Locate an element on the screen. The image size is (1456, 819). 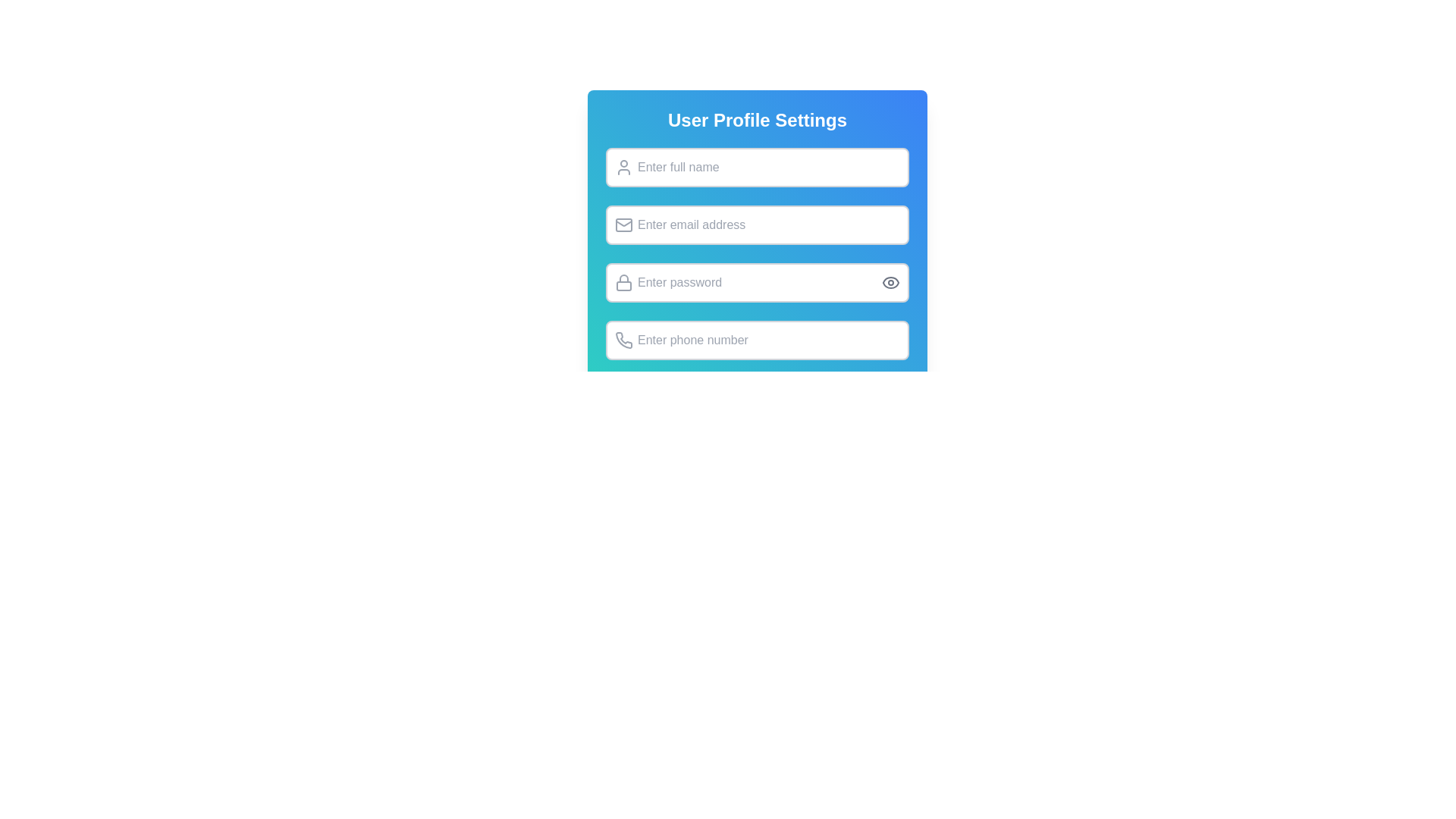
the decorative icon located within the password input field, which visually indicates that the field is for entering a password is located at coordinates (623, 278).